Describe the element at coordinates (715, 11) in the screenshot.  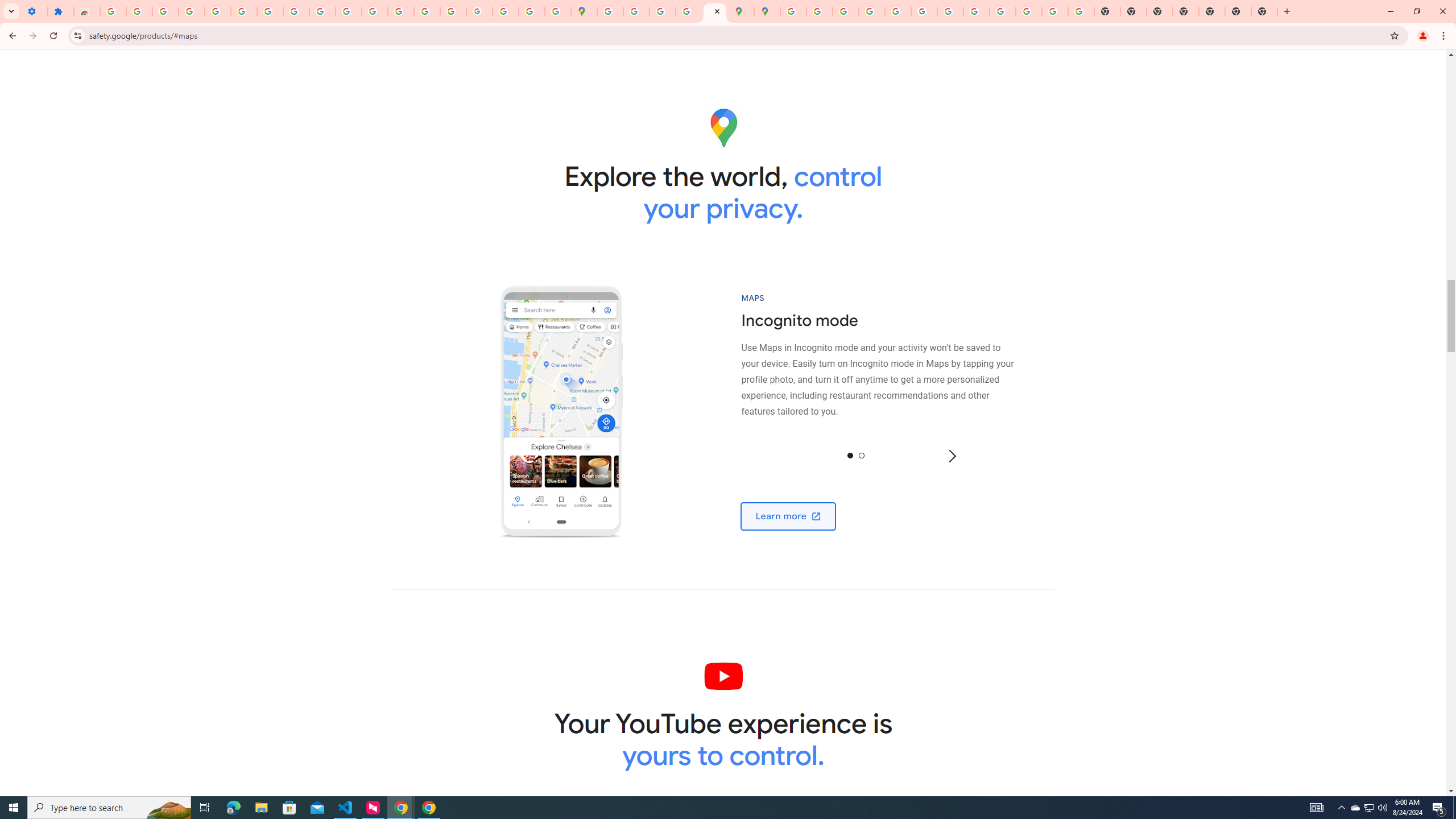
I see `'Safety in Our Products - Google Safety Center'` at that location.